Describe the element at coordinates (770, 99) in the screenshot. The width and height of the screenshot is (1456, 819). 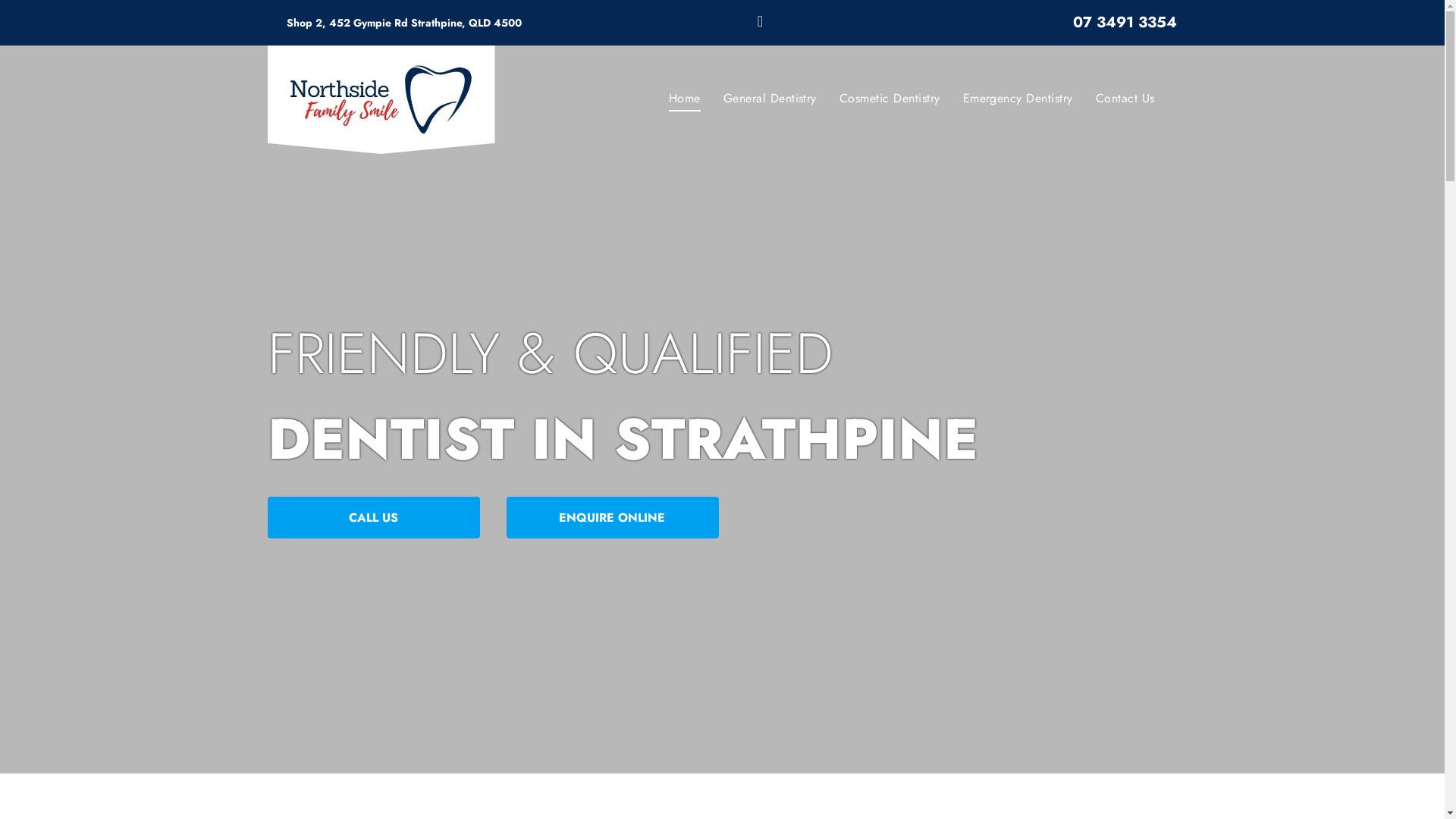
I see `'General Dentistry'` at that location.